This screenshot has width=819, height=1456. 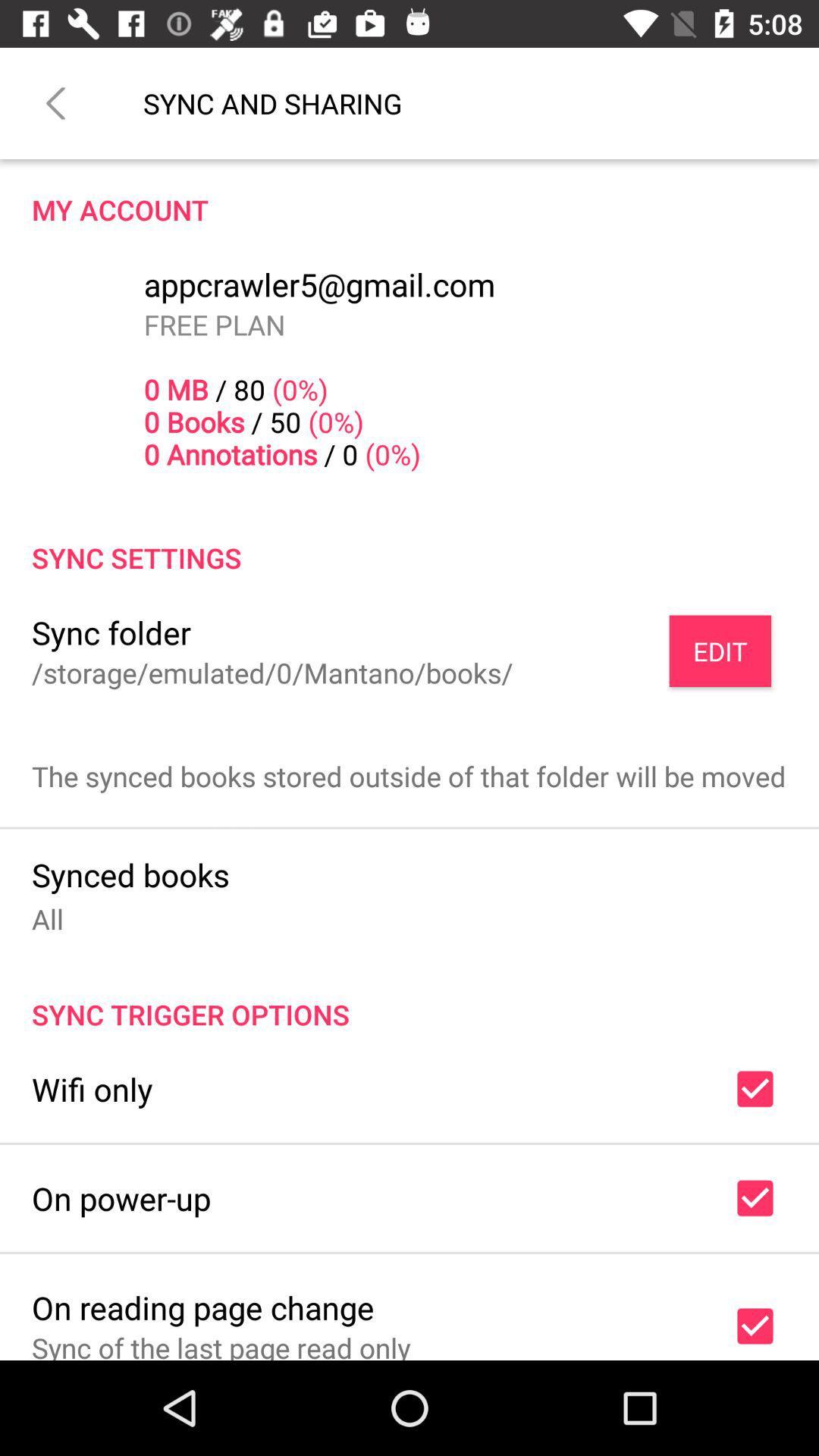 I want to click on go back, so click(x=55, y=102).